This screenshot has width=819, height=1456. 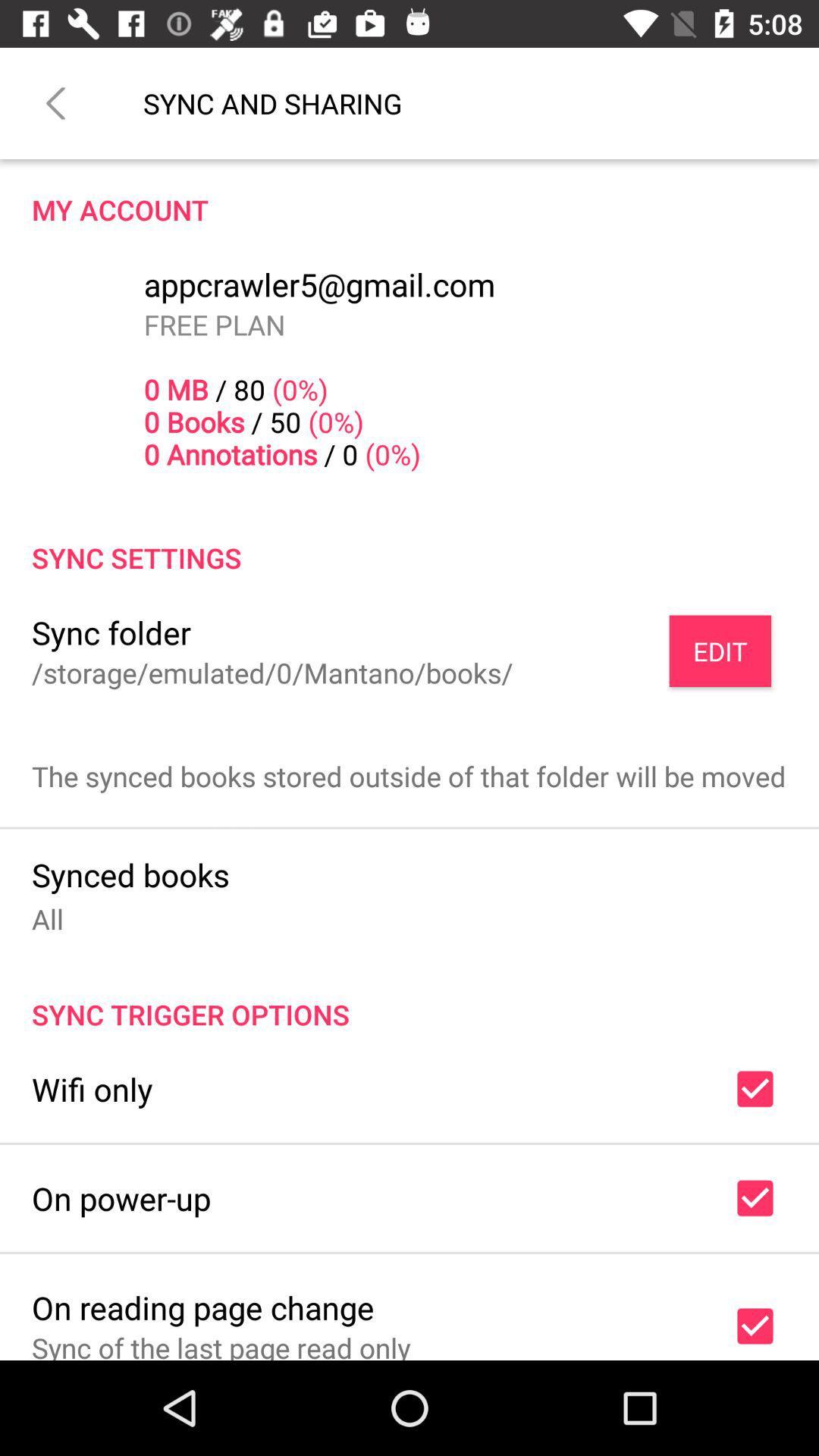 I want to click on go back, so click(x=55, y=102).